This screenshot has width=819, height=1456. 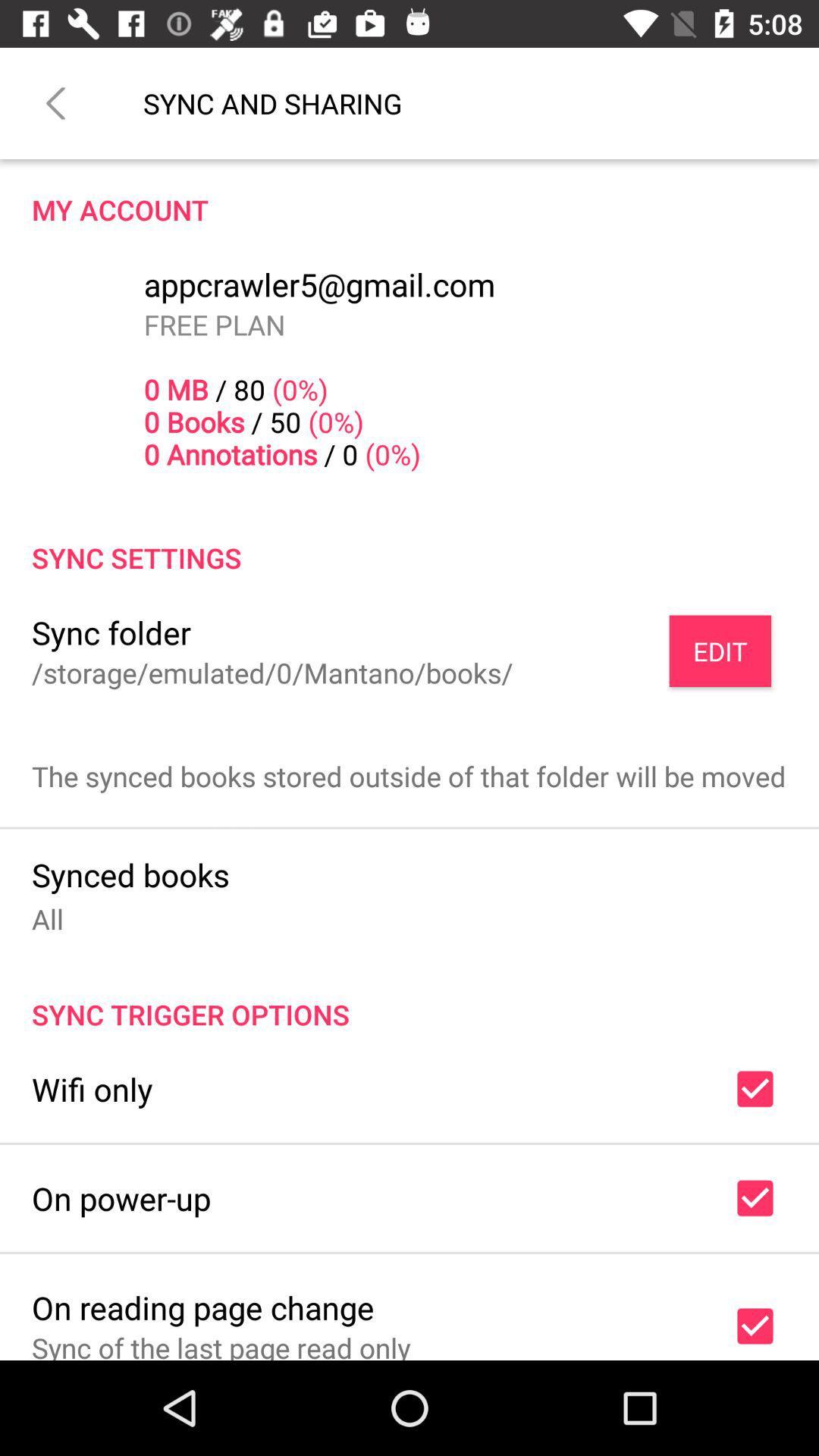 I want to click on go back, so click(x=55, y=102).